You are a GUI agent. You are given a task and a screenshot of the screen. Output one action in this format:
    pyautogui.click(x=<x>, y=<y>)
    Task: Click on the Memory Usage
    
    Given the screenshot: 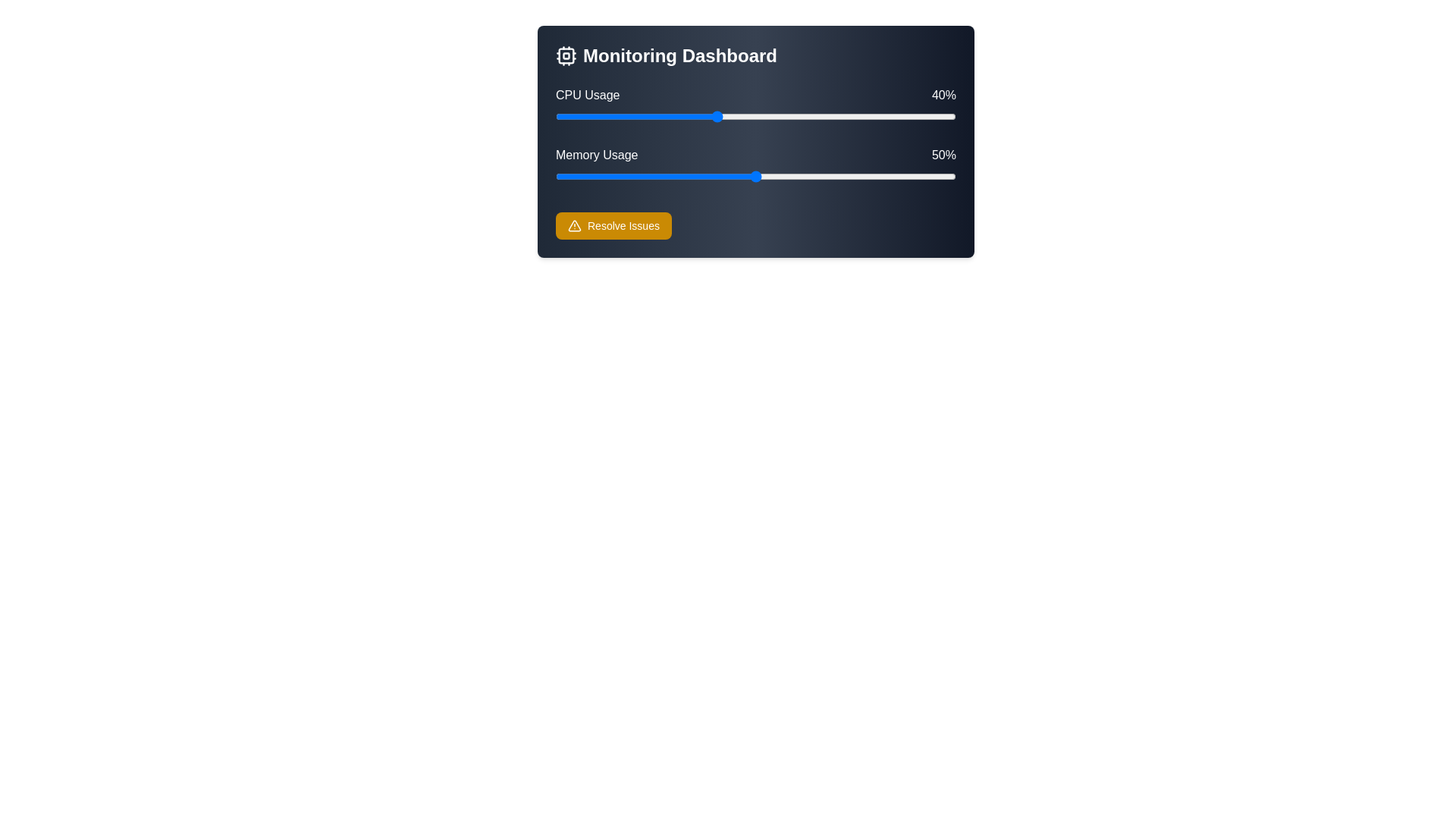 What is the action you would take?
    pyautogui.click(x=852, y=175)
    